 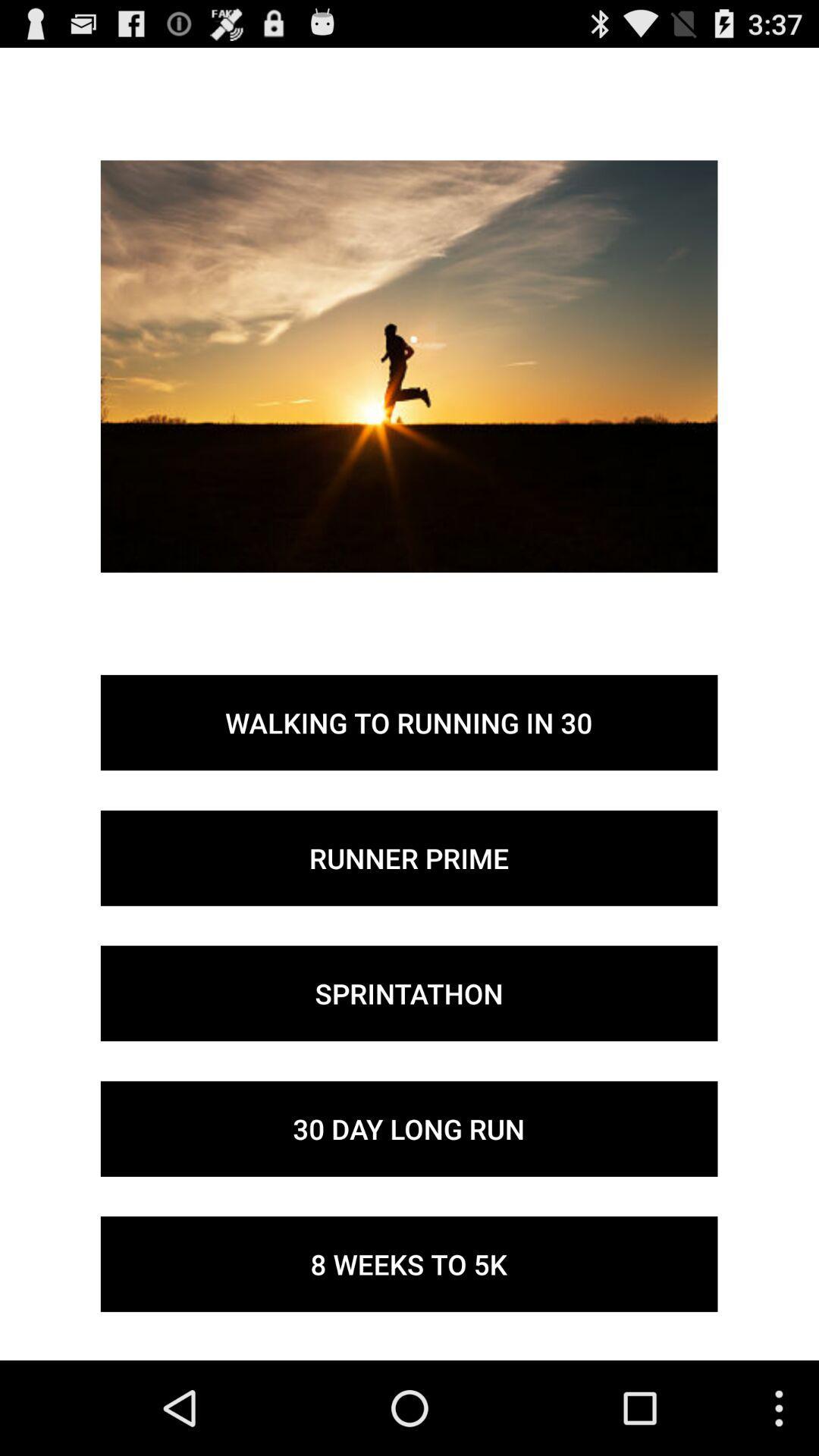 What do you see at coordinates (408, 993) in the screenshot?
I see `the icon below the runner prime button` at bounding box center [408, 993].